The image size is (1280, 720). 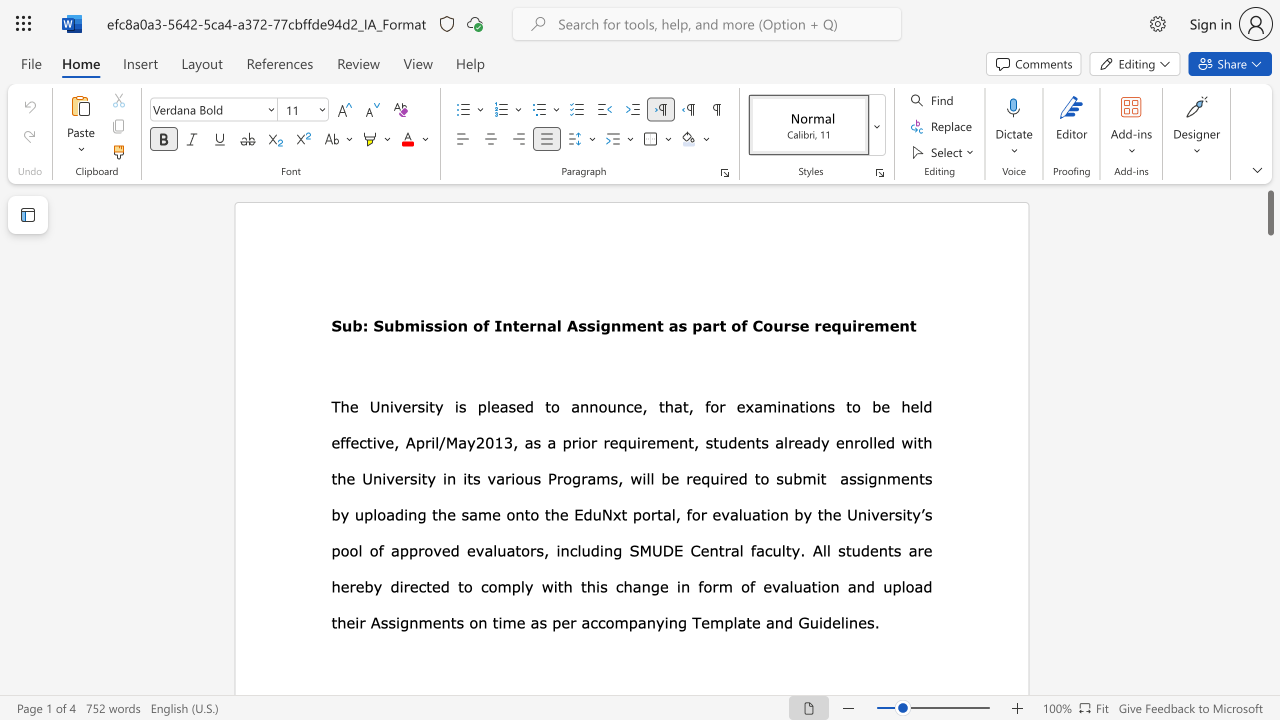 What do you see at coordinates (1269, 212) in the screenshot?
I see `the scrollbar and move down 1500 pixels` at bounding box center [1269, 212].